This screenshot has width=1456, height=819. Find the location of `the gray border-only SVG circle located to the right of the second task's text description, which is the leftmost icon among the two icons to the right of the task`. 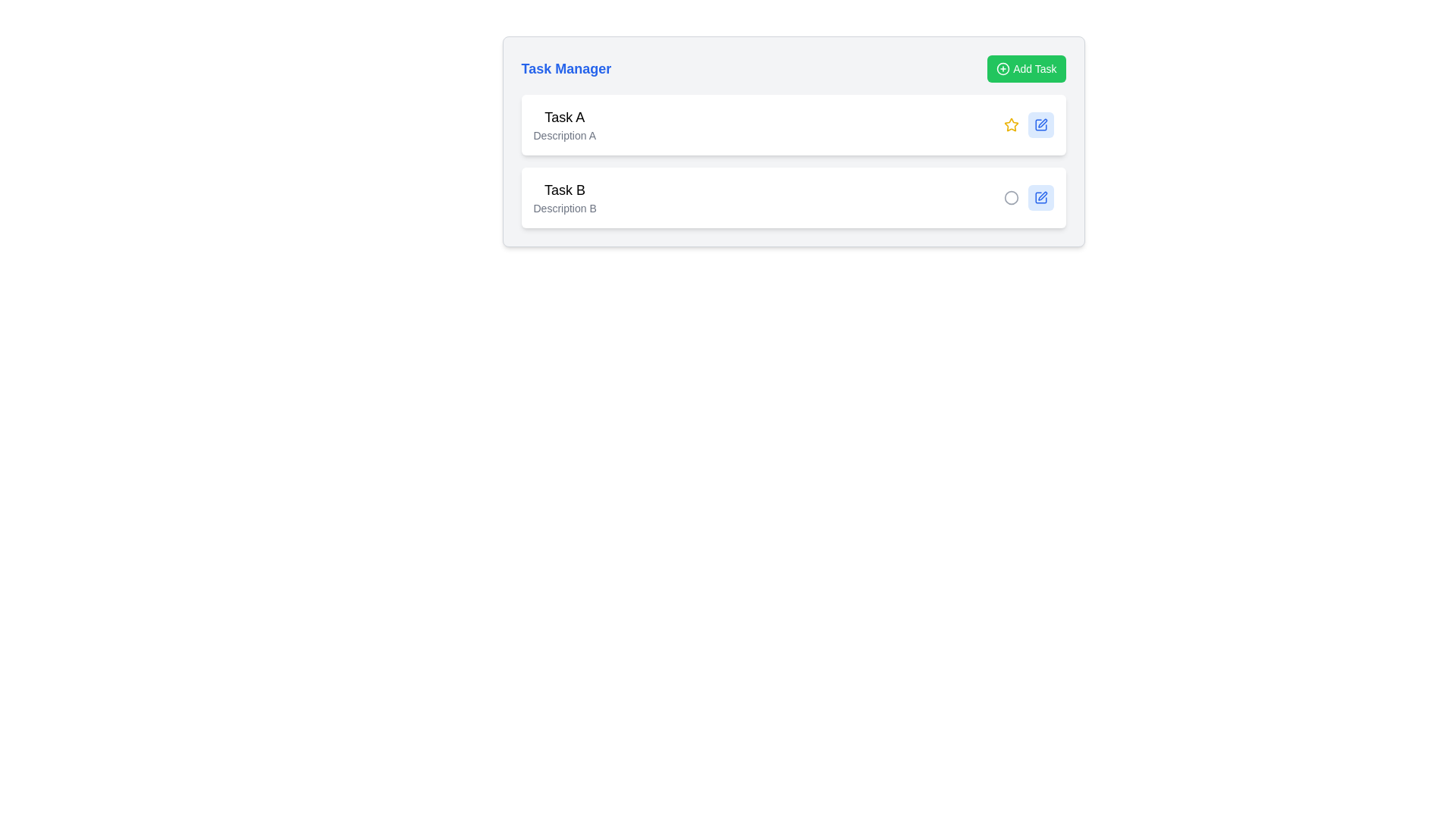

the gray border-only SVG circle located to the right of the second task's text description, which is the leftmost icon among the two icons to the right of the task is located at coordinates (1011, 197).